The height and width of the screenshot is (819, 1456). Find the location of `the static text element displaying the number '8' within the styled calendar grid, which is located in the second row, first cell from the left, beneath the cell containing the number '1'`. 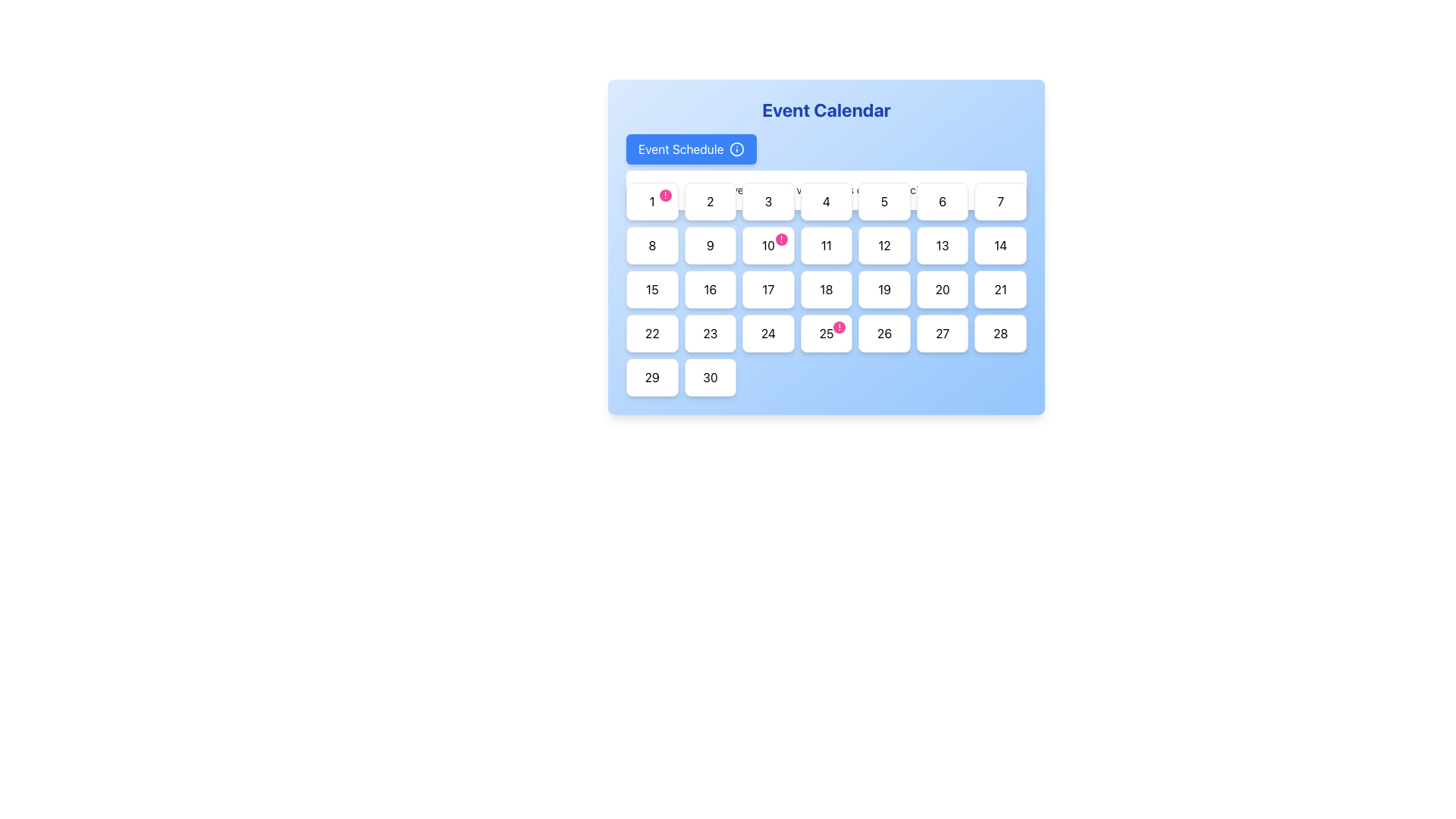

the static text element displaying the number '8' within the styled calendar grid, which is located in the second row, first cell from the left, beneath the cell containing the number '1' is located at coordinates (652, 245).